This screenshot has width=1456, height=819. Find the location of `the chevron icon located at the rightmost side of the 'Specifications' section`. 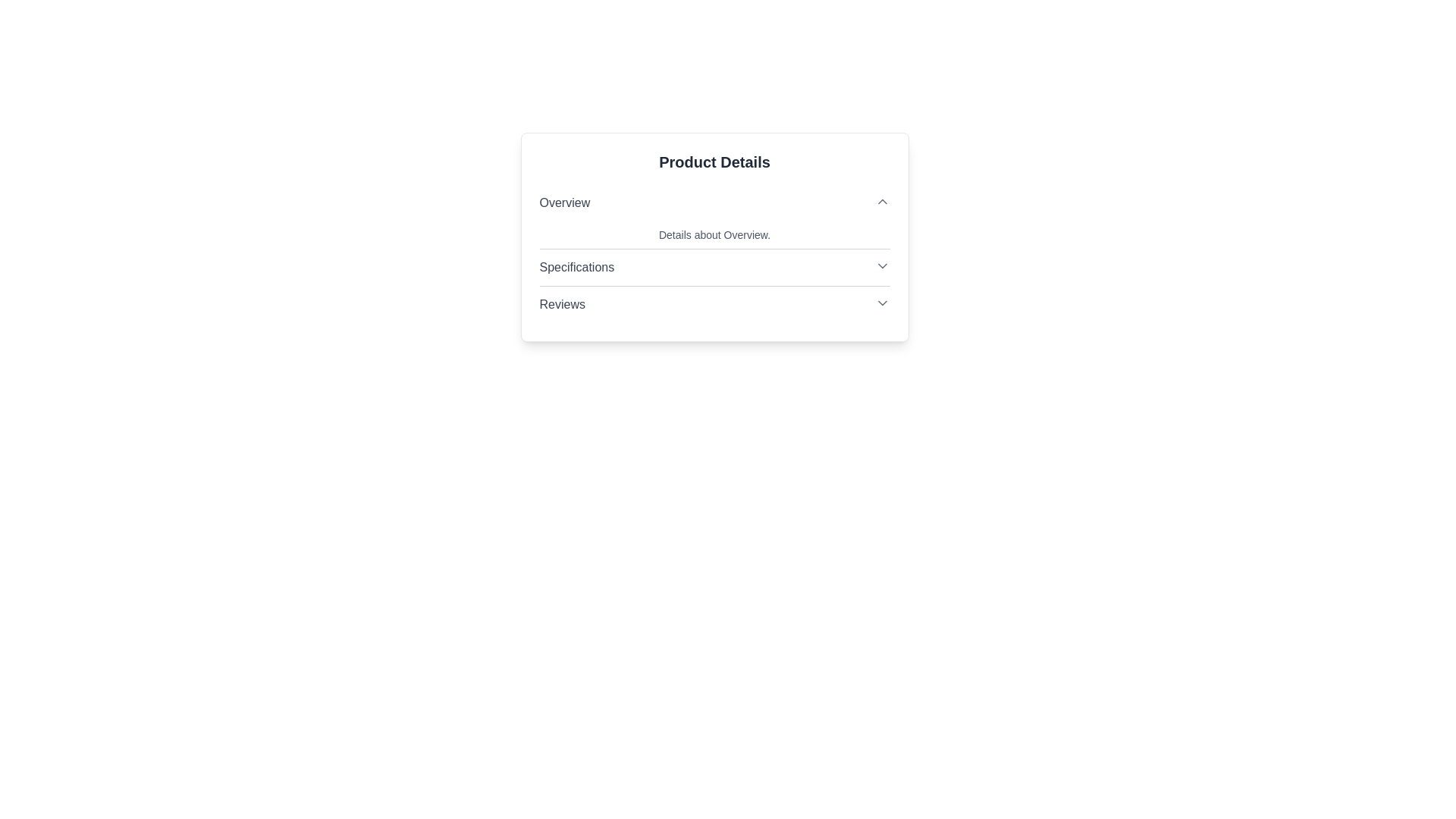

the chevron icon located at the rightmost side of the 'Specifications' section is located at coordinates (882, 265).